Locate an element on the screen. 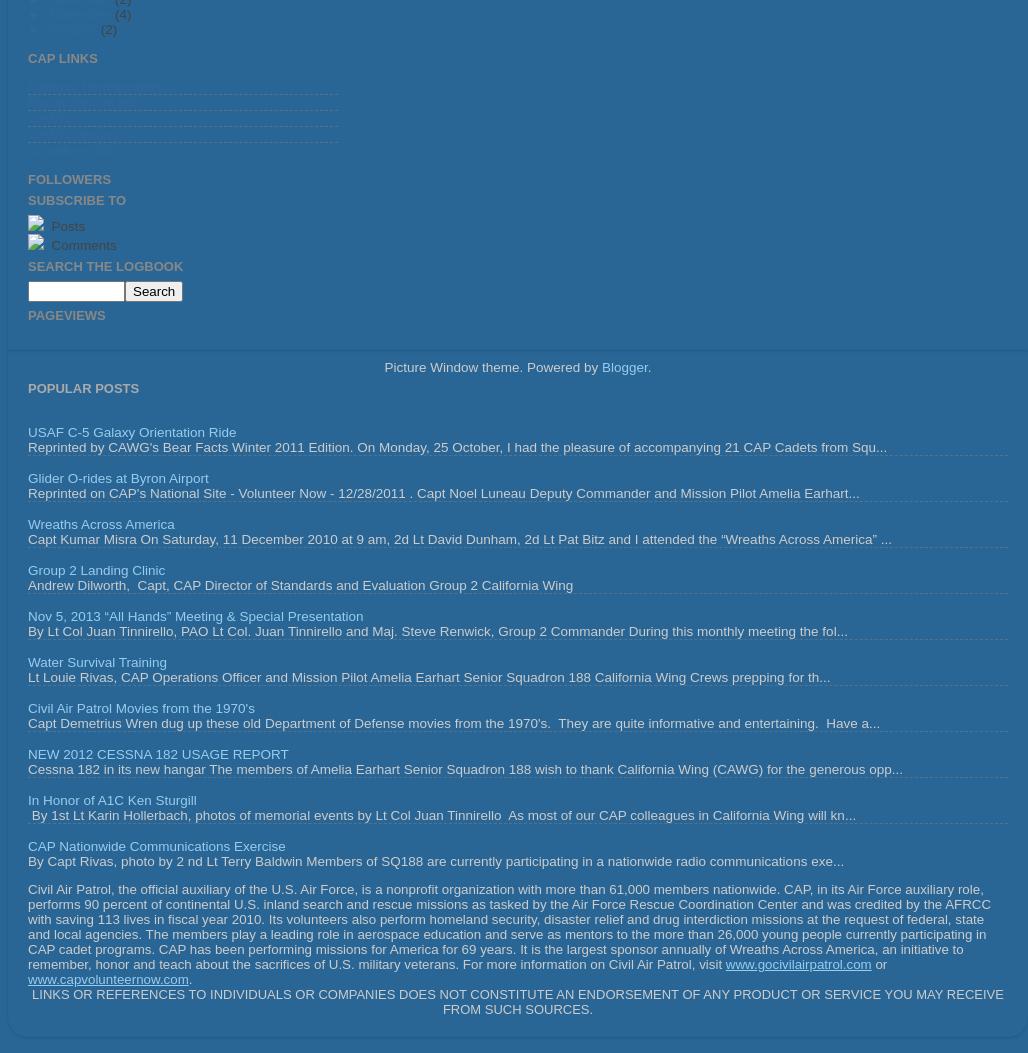 The width and height of the screenshot is (1028, 1053). 'Pageviews' is located at coordinates (65, 315).